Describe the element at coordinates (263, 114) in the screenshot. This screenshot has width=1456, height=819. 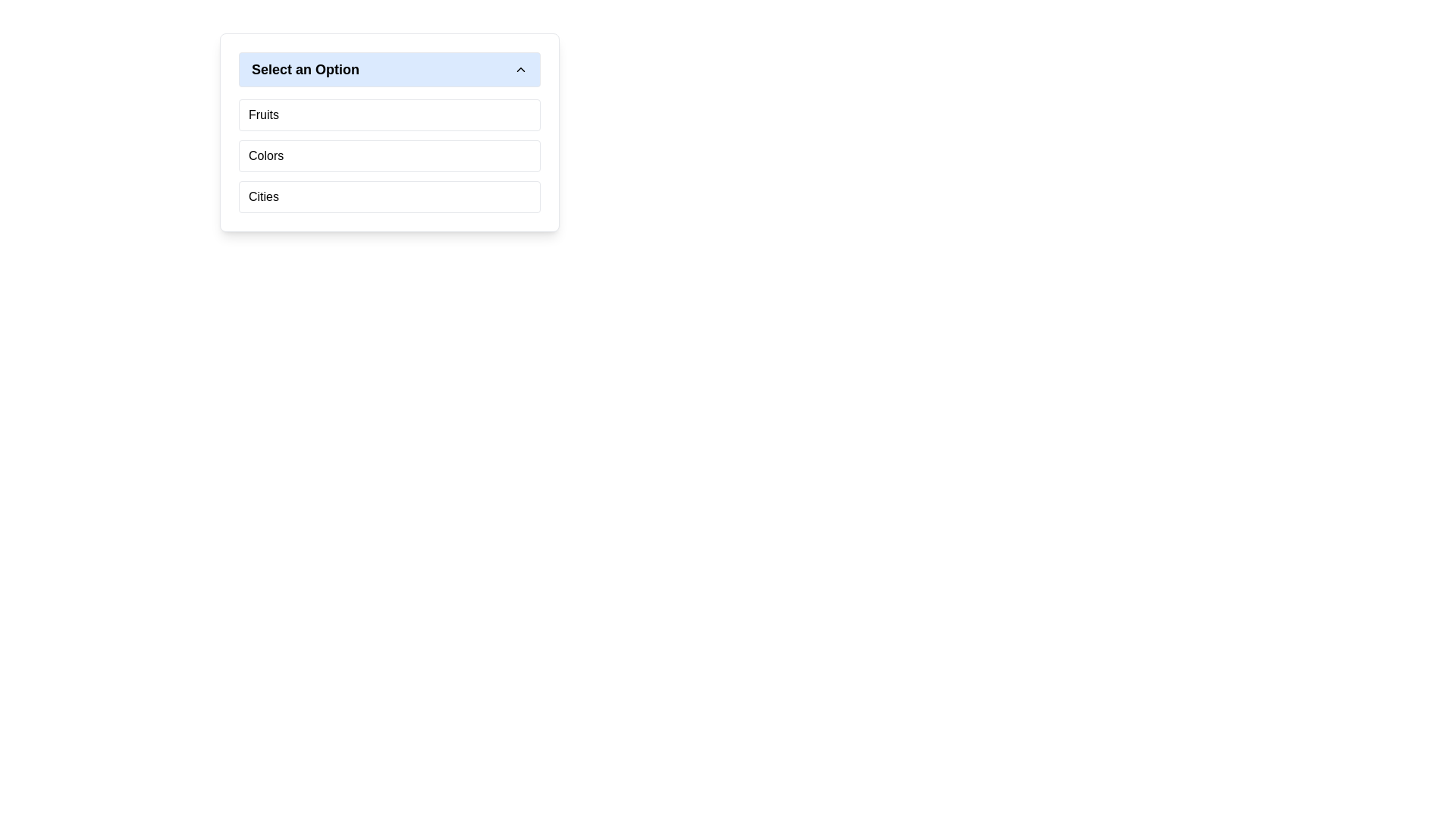
I see `the 'Fruits' option in the dropdown menu labeled 'Select an Option' to activate or choose it` at that location.